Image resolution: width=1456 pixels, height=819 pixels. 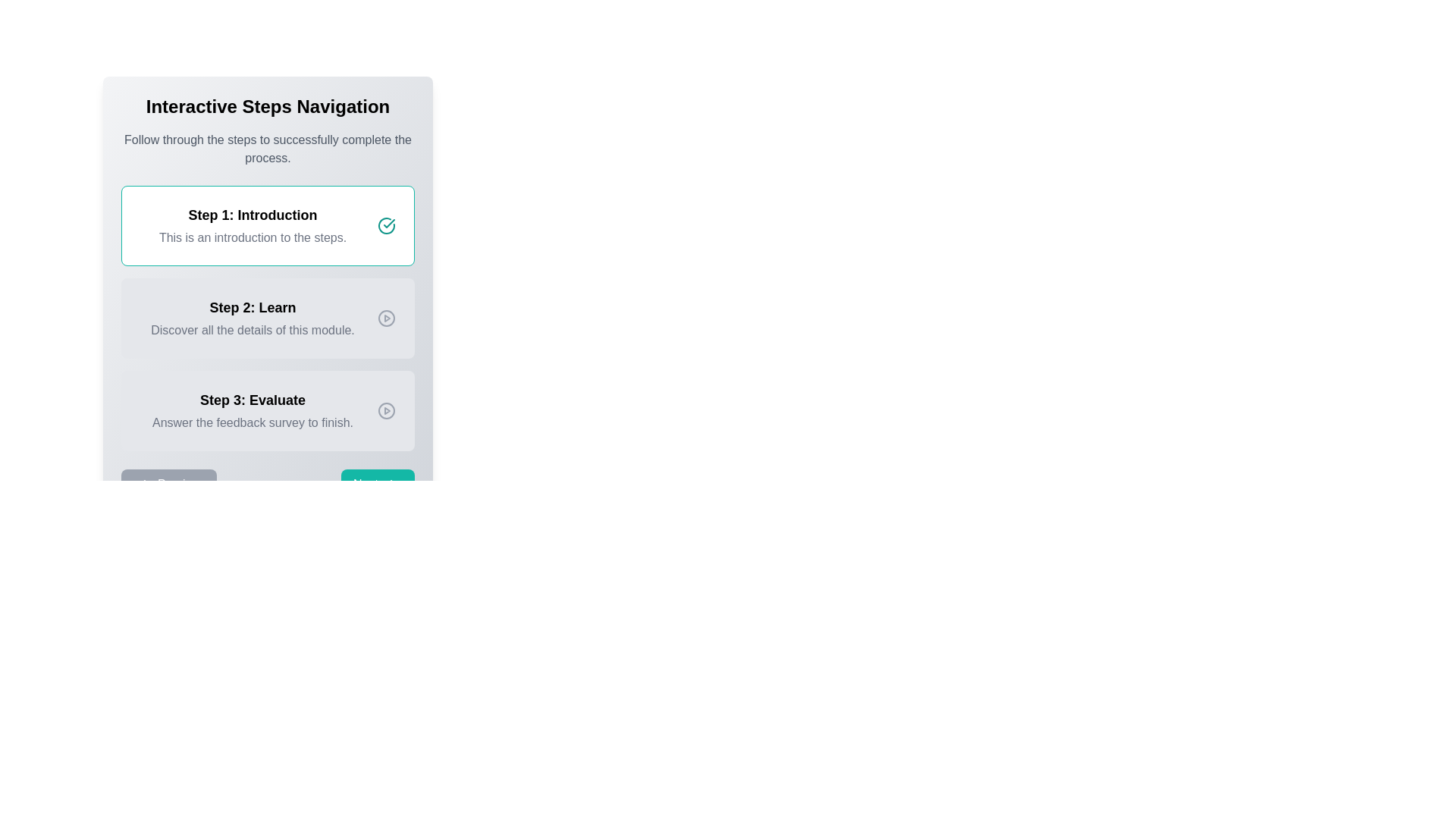 I want to click on the text block displaying 'Answer the feedback survey to finish.' which is located beneath the heading 'Step 3: Evaluate.', so click(x=253, y=423).